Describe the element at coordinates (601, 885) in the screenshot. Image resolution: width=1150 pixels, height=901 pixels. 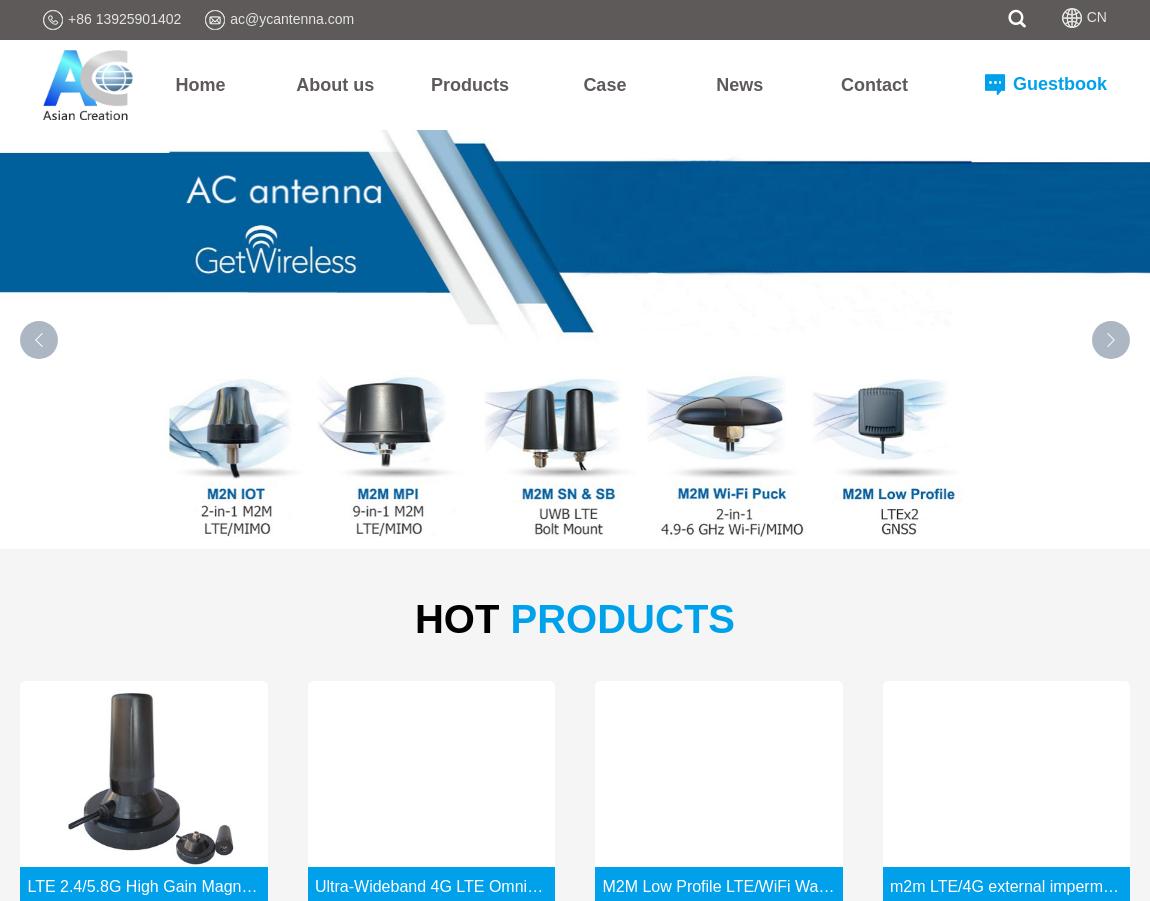
I see `'M2M Low Profile LTE/WiFi Wall Mount Ultra-Wide Band Antenna'` at that location.